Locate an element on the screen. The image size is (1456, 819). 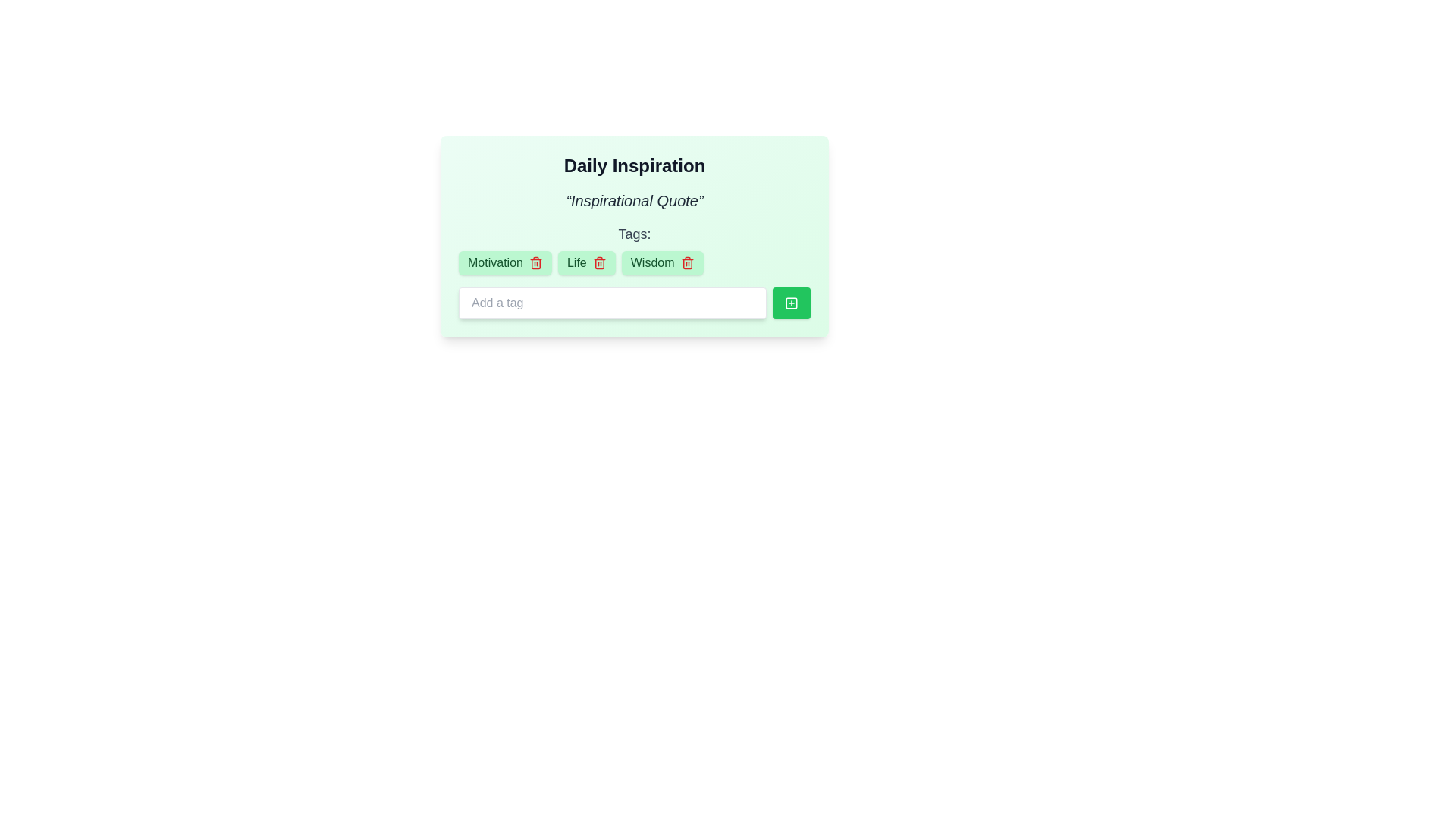
the trash icon is located at coordinates (662, 262).